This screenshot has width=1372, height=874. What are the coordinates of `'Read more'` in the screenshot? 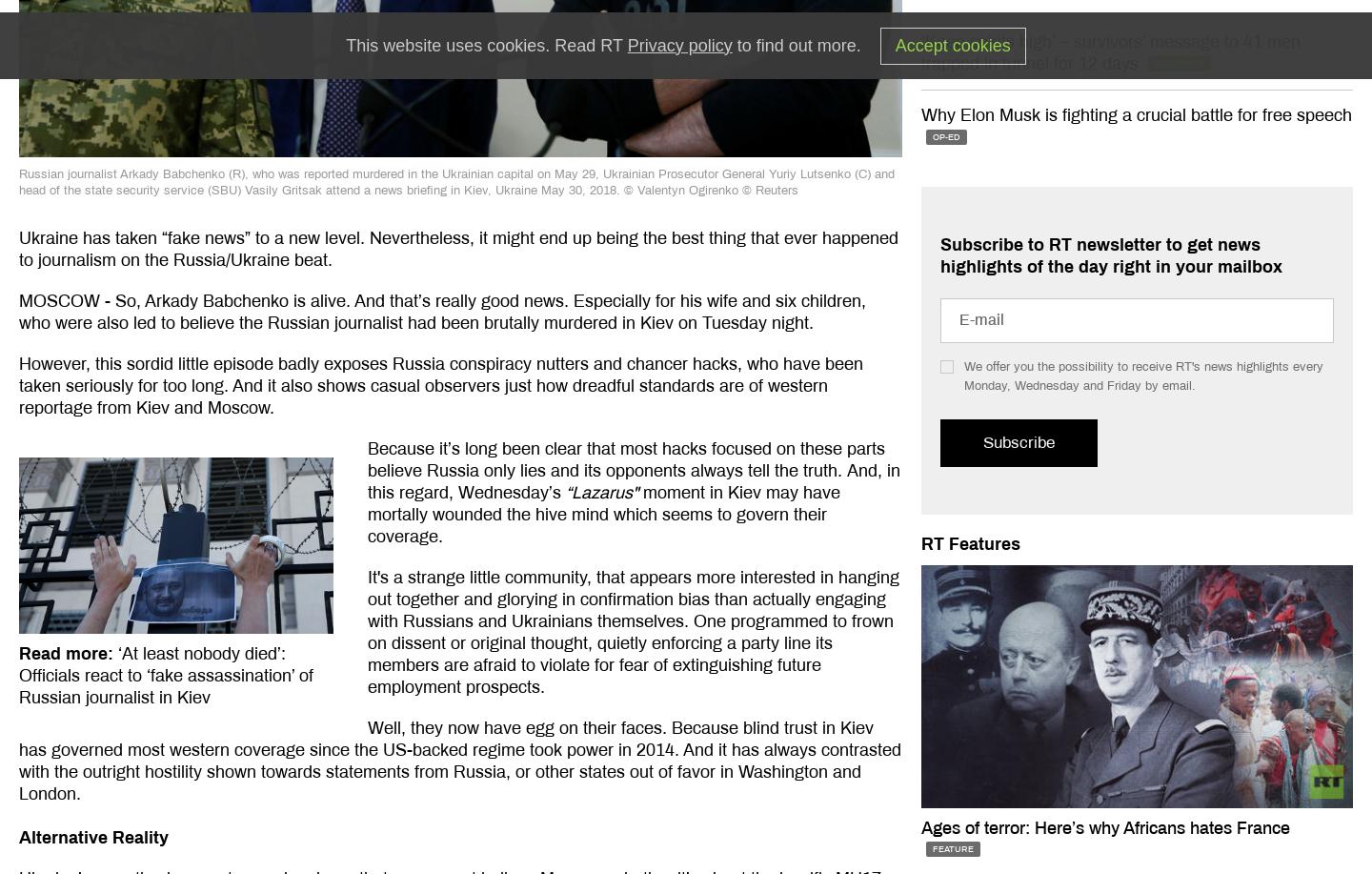 It's located at (63, 652).